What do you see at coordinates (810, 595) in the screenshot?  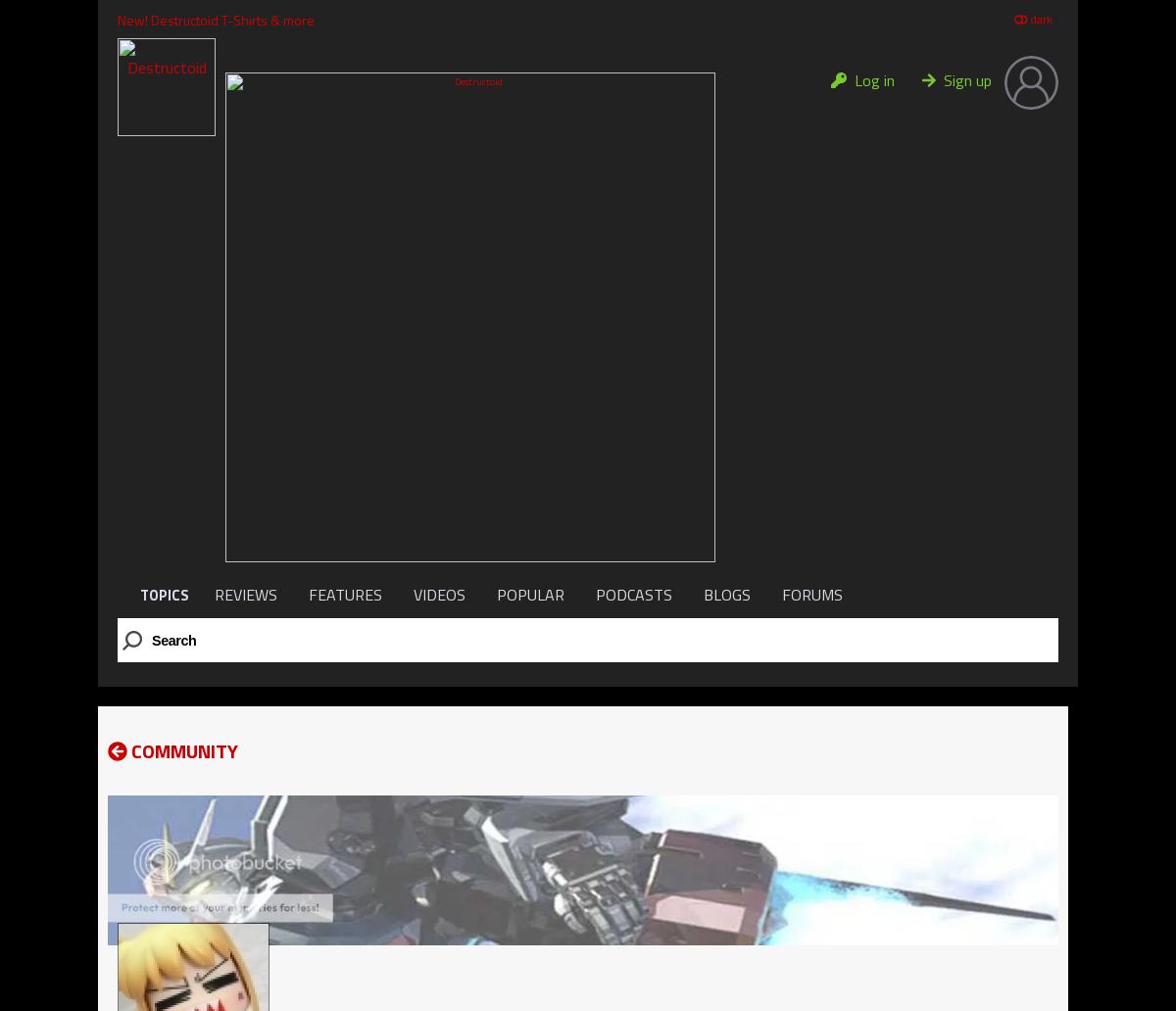 I see `'FORUMS'` at bounding box center [810, 595].